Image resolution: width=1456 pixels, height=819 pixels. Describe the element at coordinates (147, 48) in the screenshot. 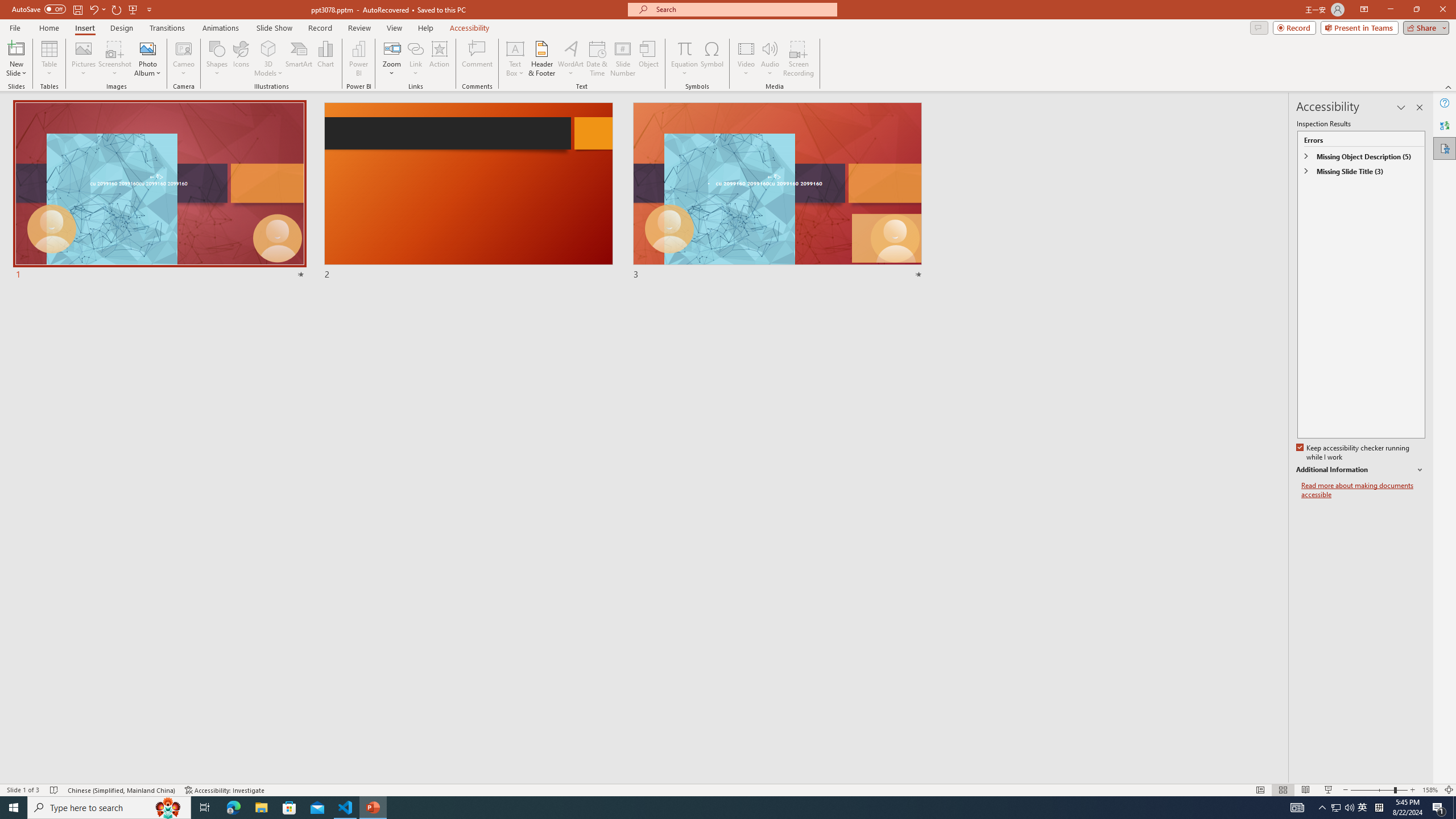

I see `'New Photo Album...'` at that location.